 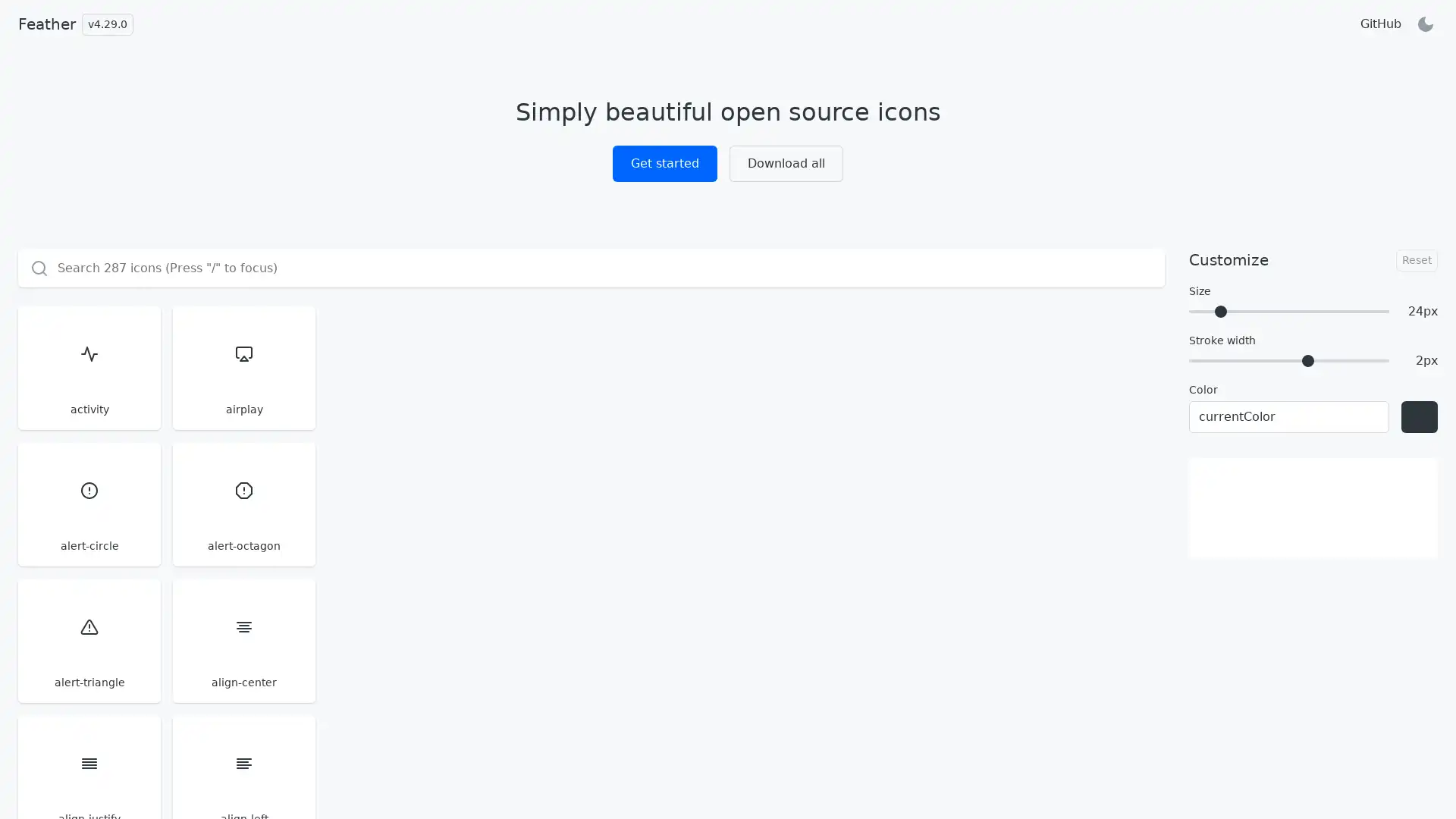 I want to click on arrow-down-right, so click(x=719, y=504).